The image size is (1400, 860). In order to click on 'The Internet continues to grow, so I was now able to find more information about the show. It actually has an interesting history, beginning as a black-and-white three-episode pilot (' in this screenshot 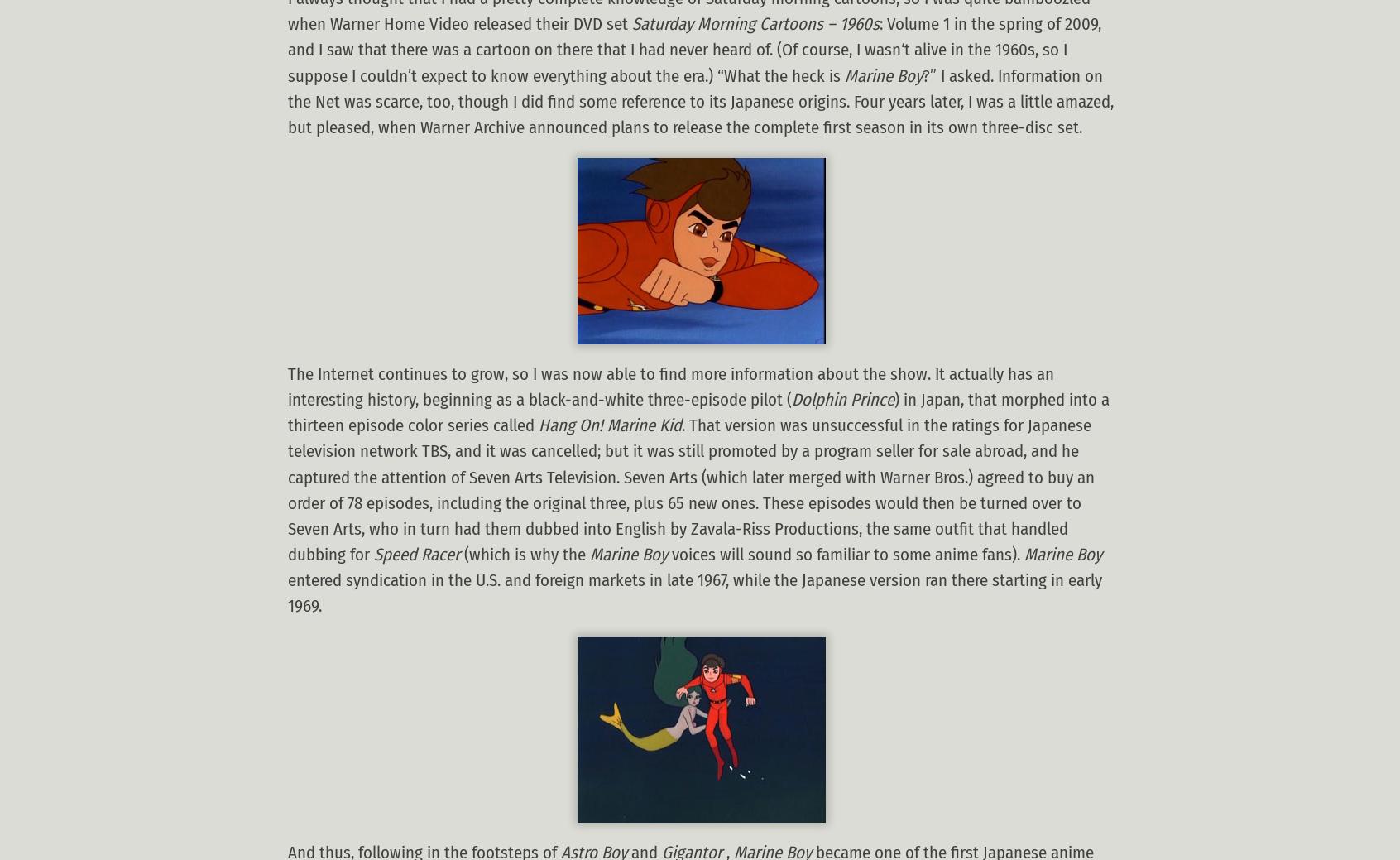, I will do `click(670, 386)`.